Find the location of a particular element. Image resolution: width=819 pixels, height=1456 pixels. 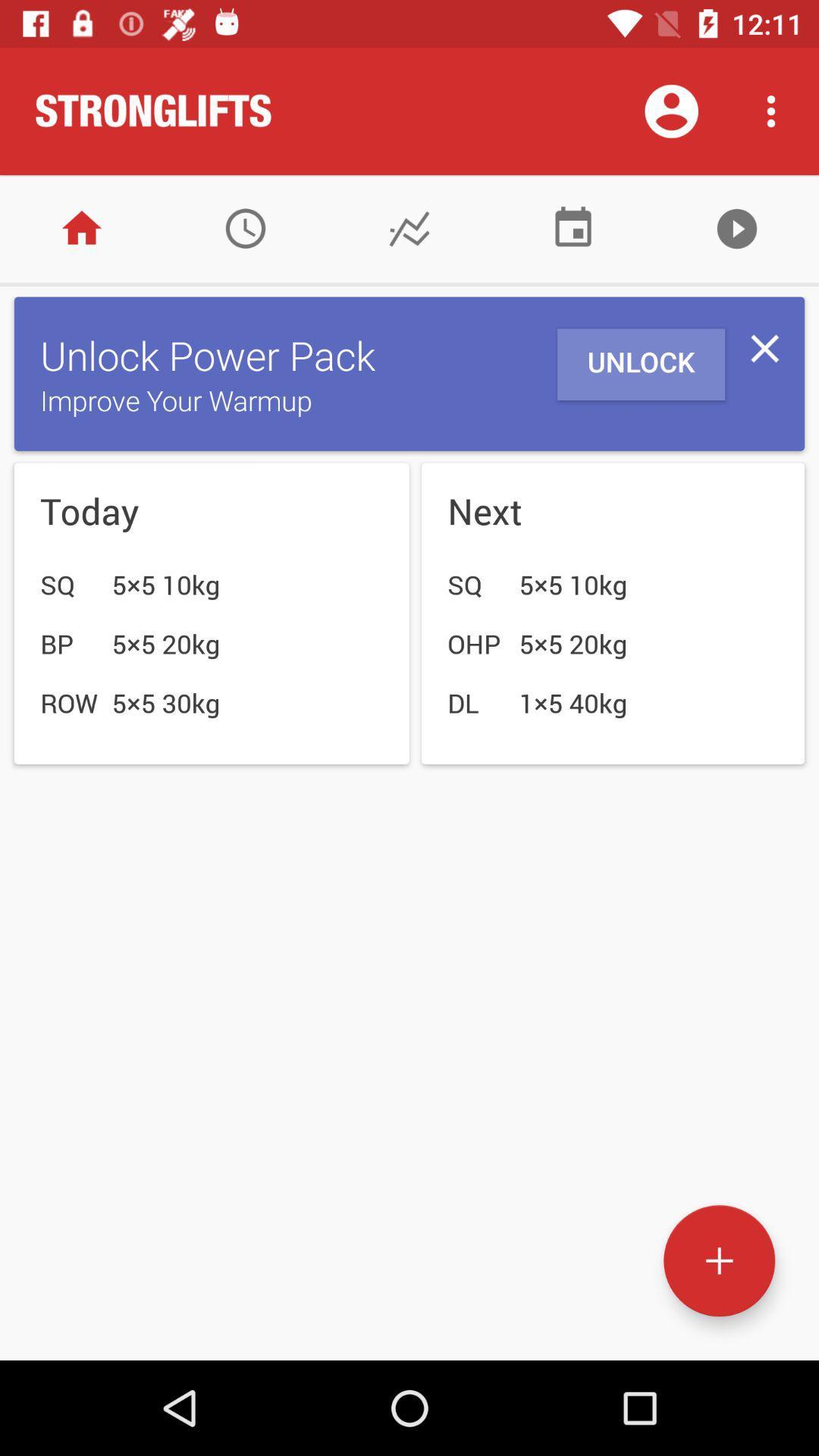

battery setting is located at coordinates (573, 227).